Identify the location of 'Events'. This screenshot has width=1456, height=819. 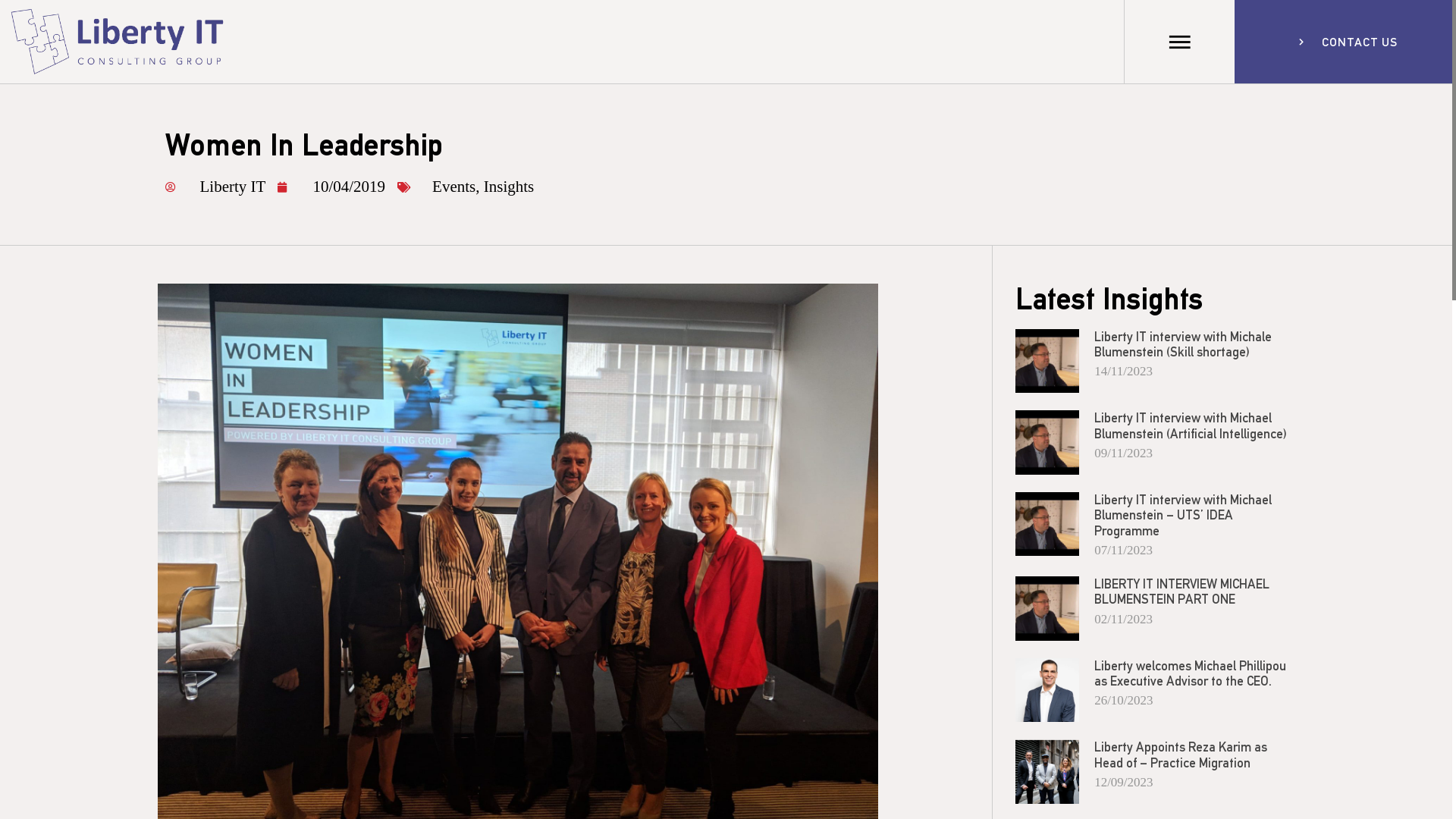
(453, 186).